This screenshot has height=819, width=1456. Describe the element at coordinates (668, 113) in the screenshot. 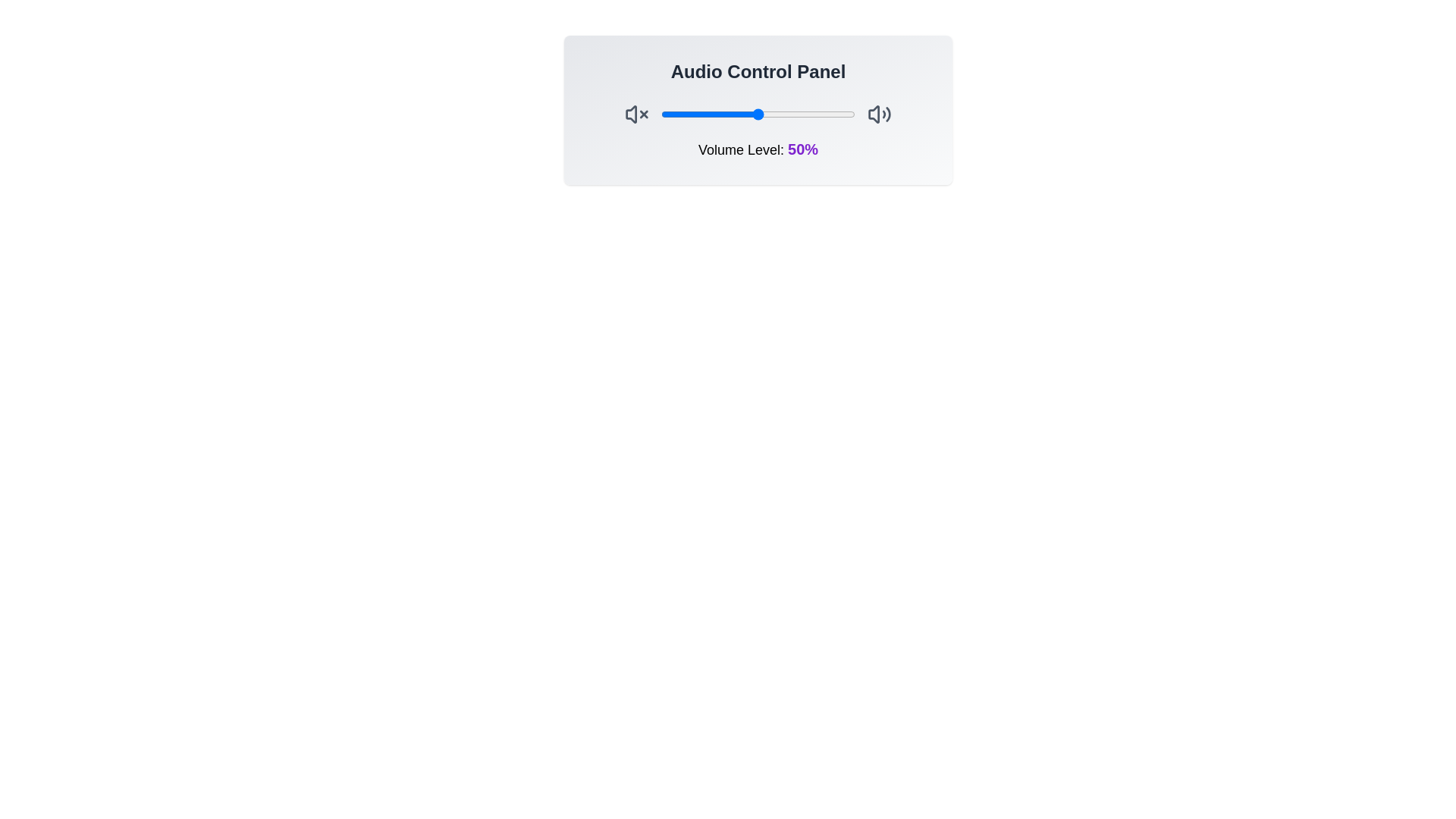

I see `volume` at that location.